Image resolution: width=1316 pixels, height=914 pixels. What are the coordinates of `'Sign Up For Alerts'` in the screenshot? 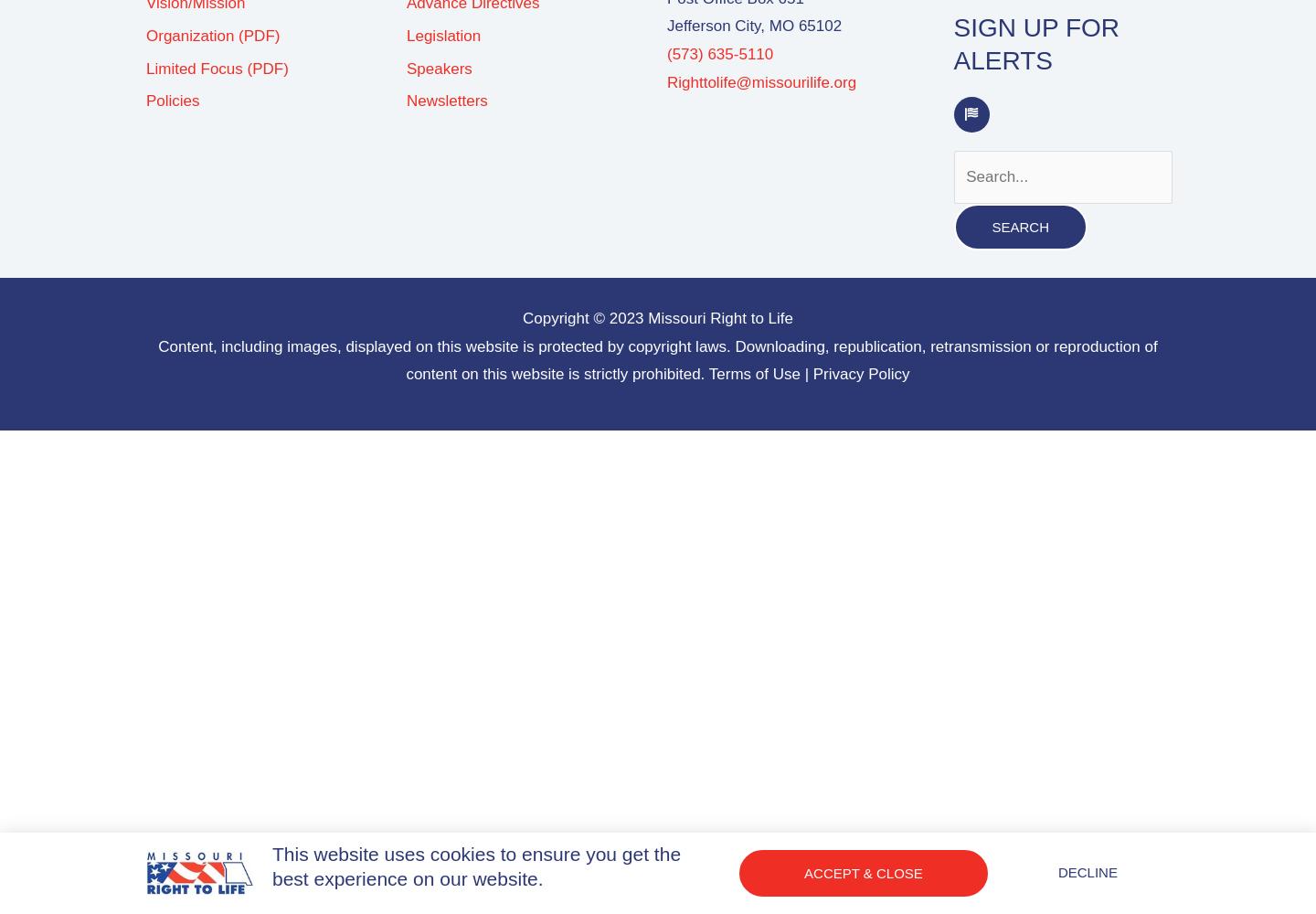 It's located at (1035, 44).